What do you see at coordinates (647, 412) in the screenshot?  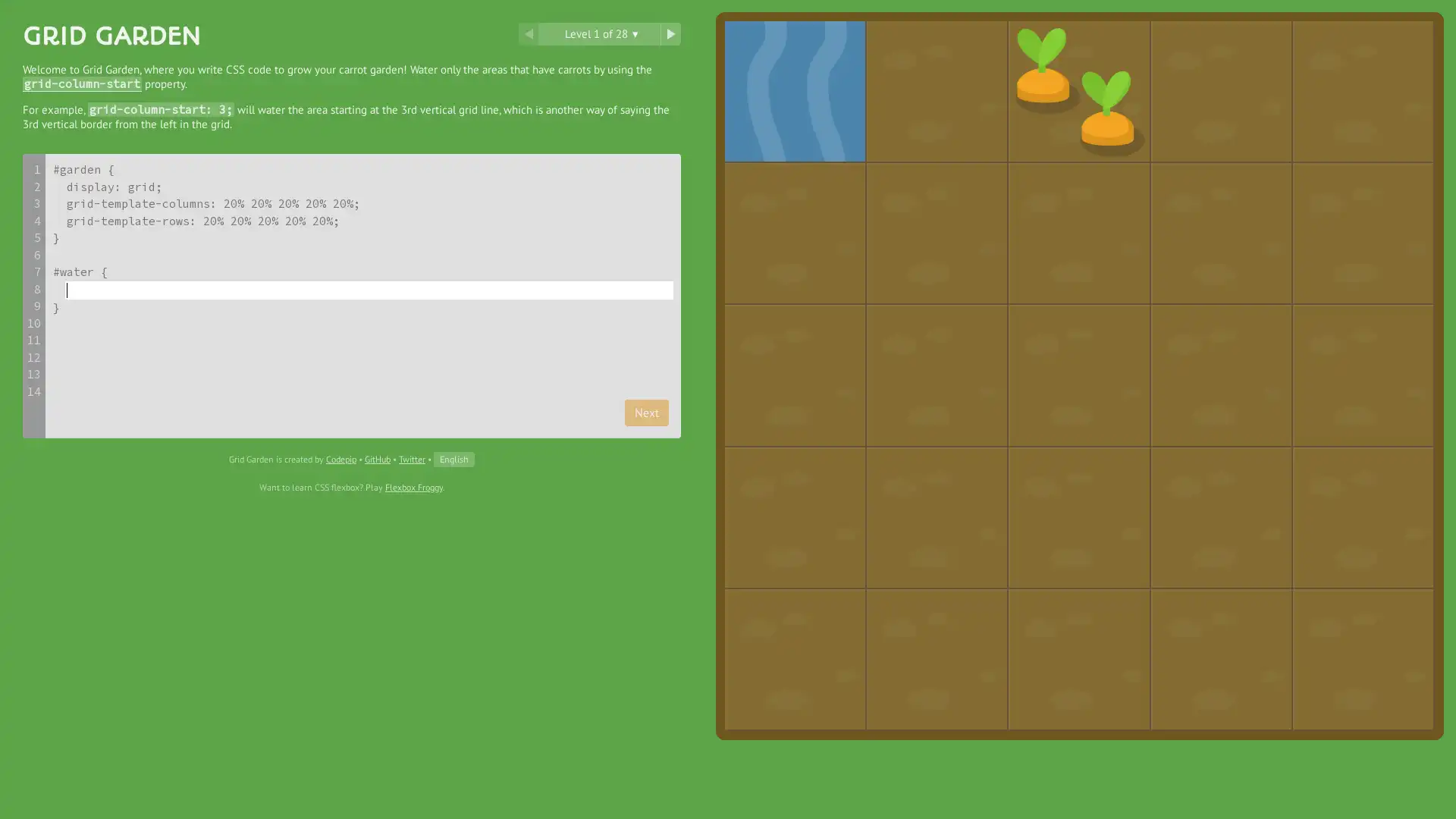 I see `Next` at bounding box center [647, 412].